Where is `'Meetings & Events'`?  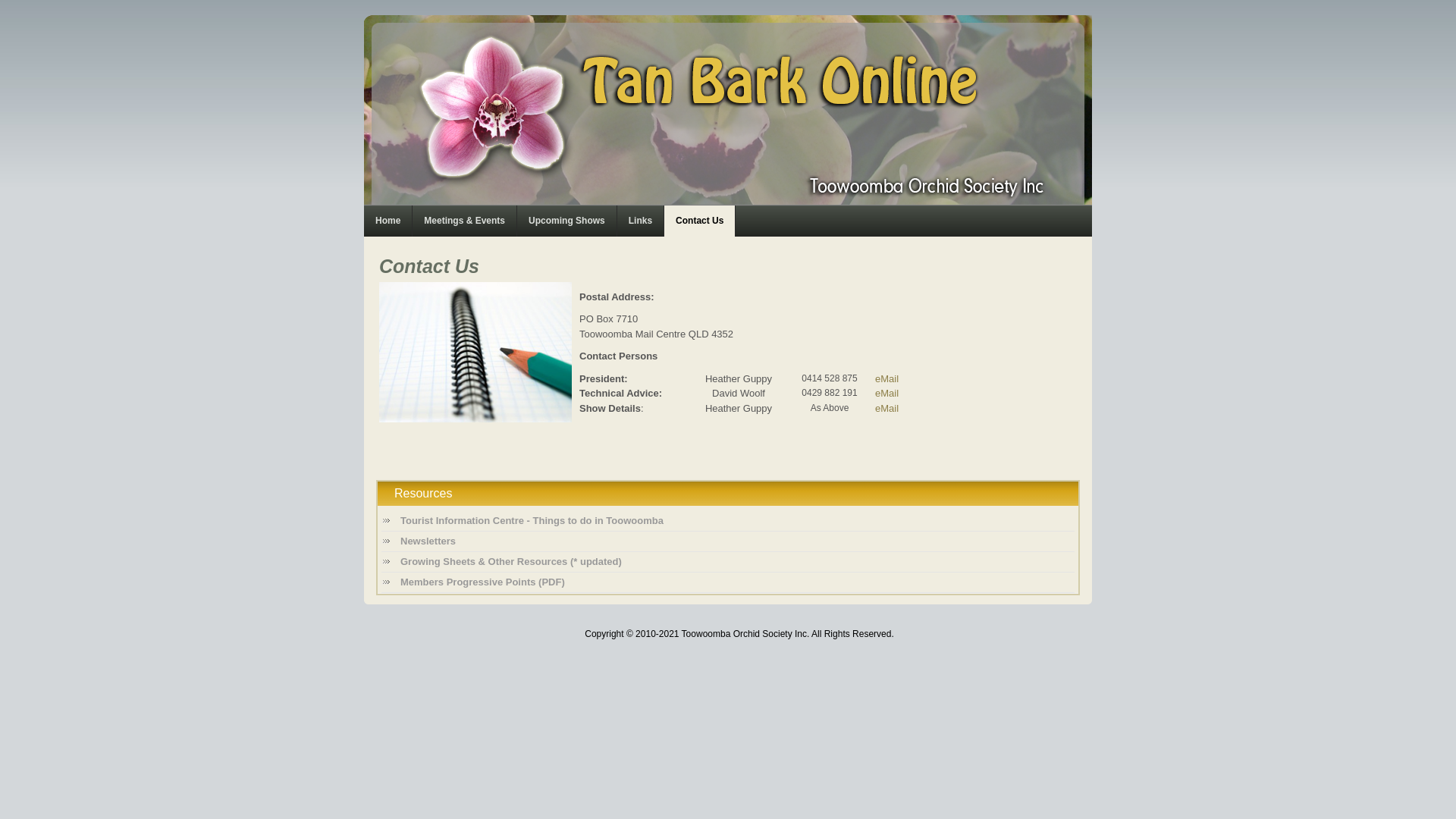
'Meetings & Events' is located at coordinates (463, 221).